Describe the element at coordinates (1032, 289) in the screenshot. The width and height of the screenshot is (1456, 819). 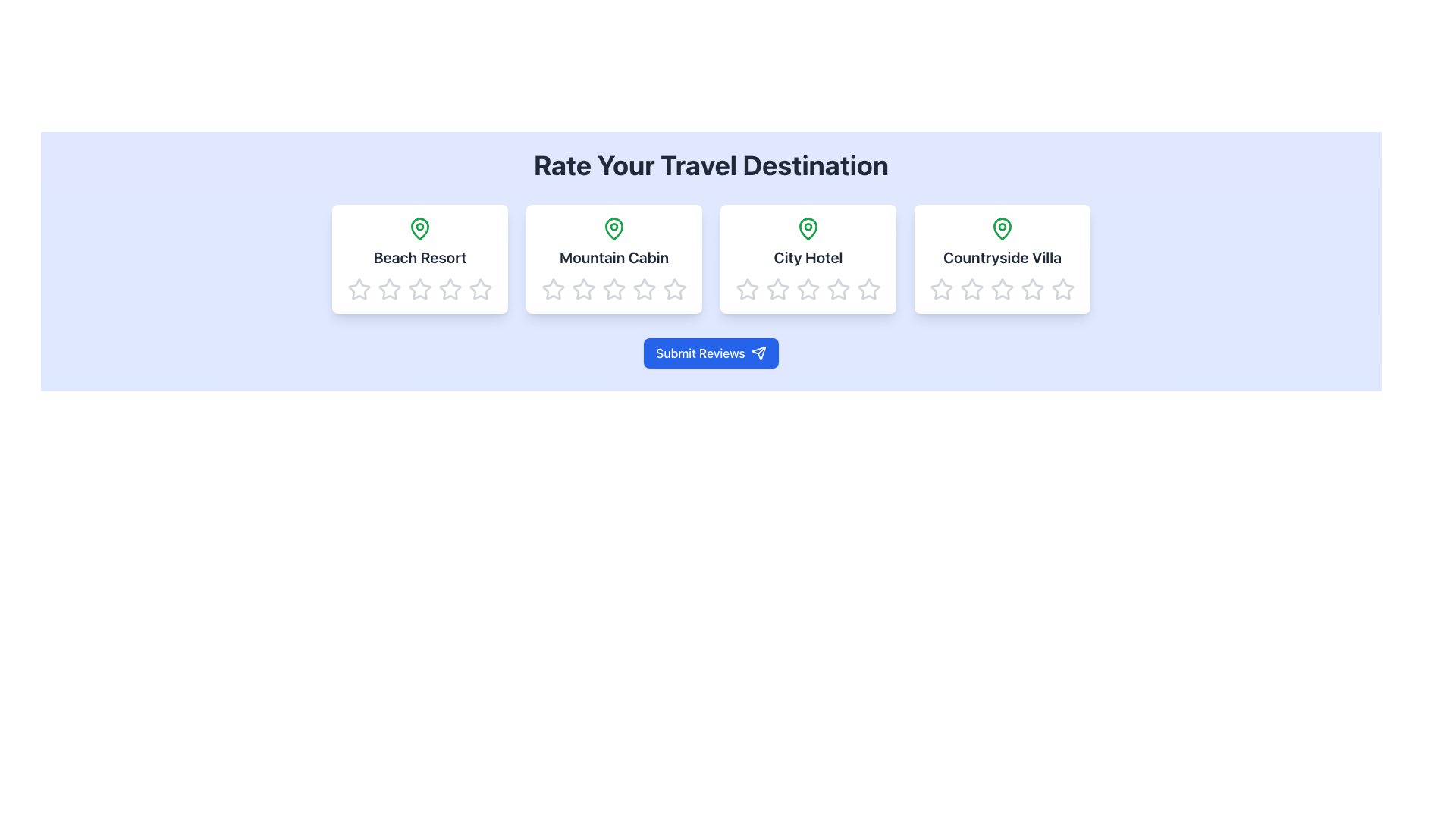
I see `the fourth star in the horizontal group of five stars` at that location.